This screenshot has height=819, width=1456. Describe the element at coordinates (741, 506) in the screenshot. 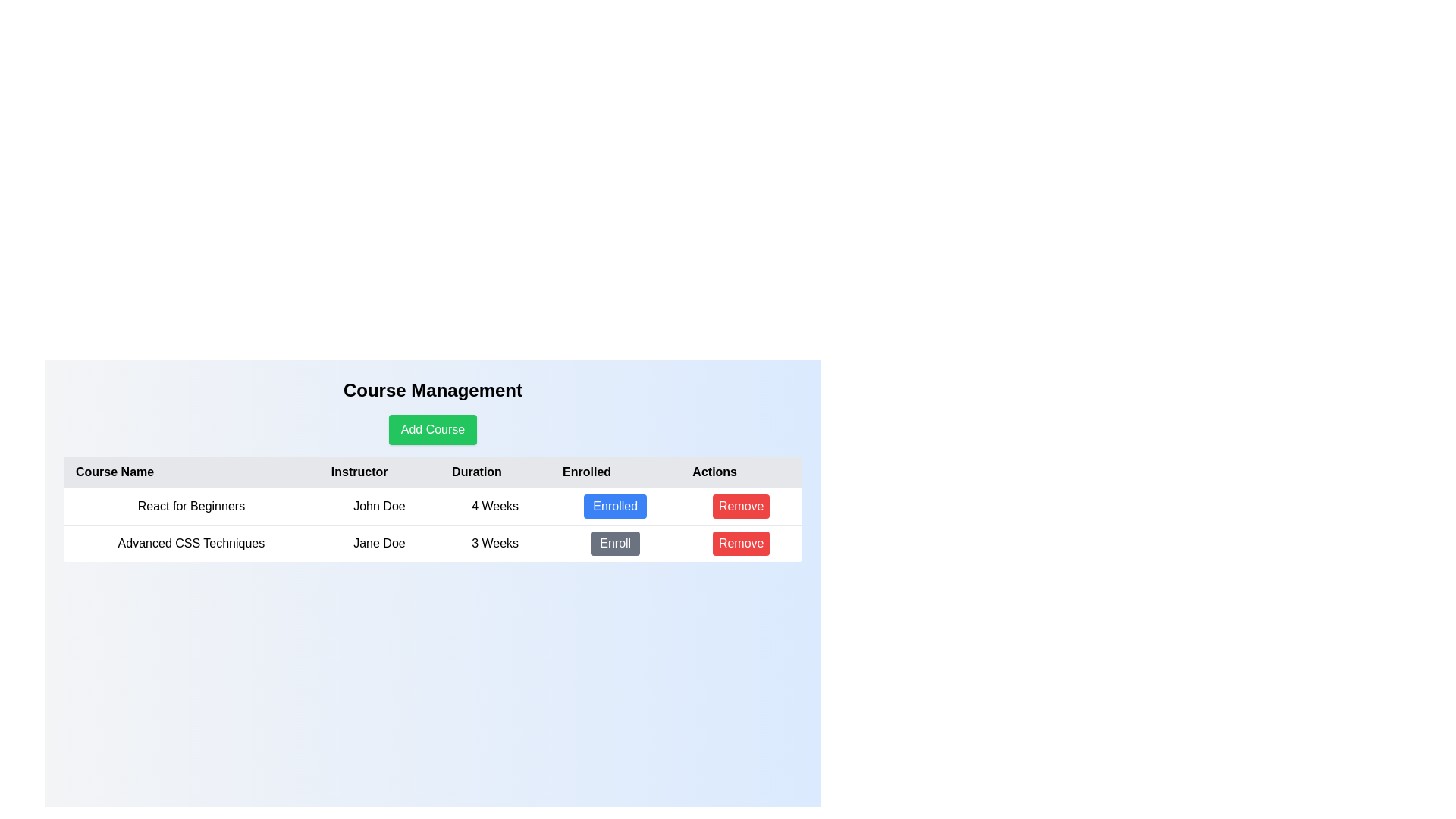

I see `the 'Remove' button located in the 'Actions' column of the second row in the table` at that location.